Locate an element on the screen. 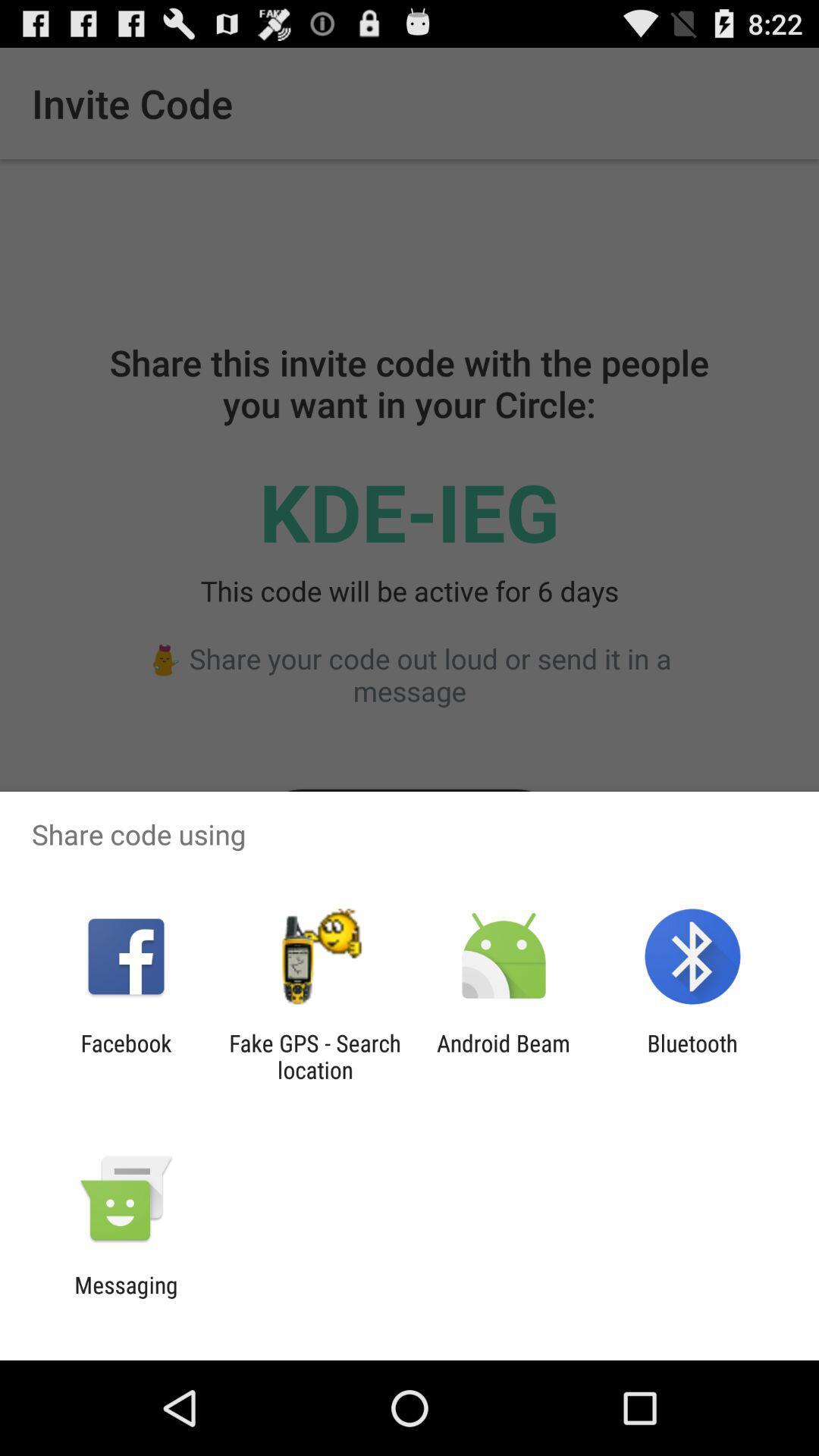 The width and height of the screenshot is (819, 1456). messaging icon is located at coordinates (125, 1298).